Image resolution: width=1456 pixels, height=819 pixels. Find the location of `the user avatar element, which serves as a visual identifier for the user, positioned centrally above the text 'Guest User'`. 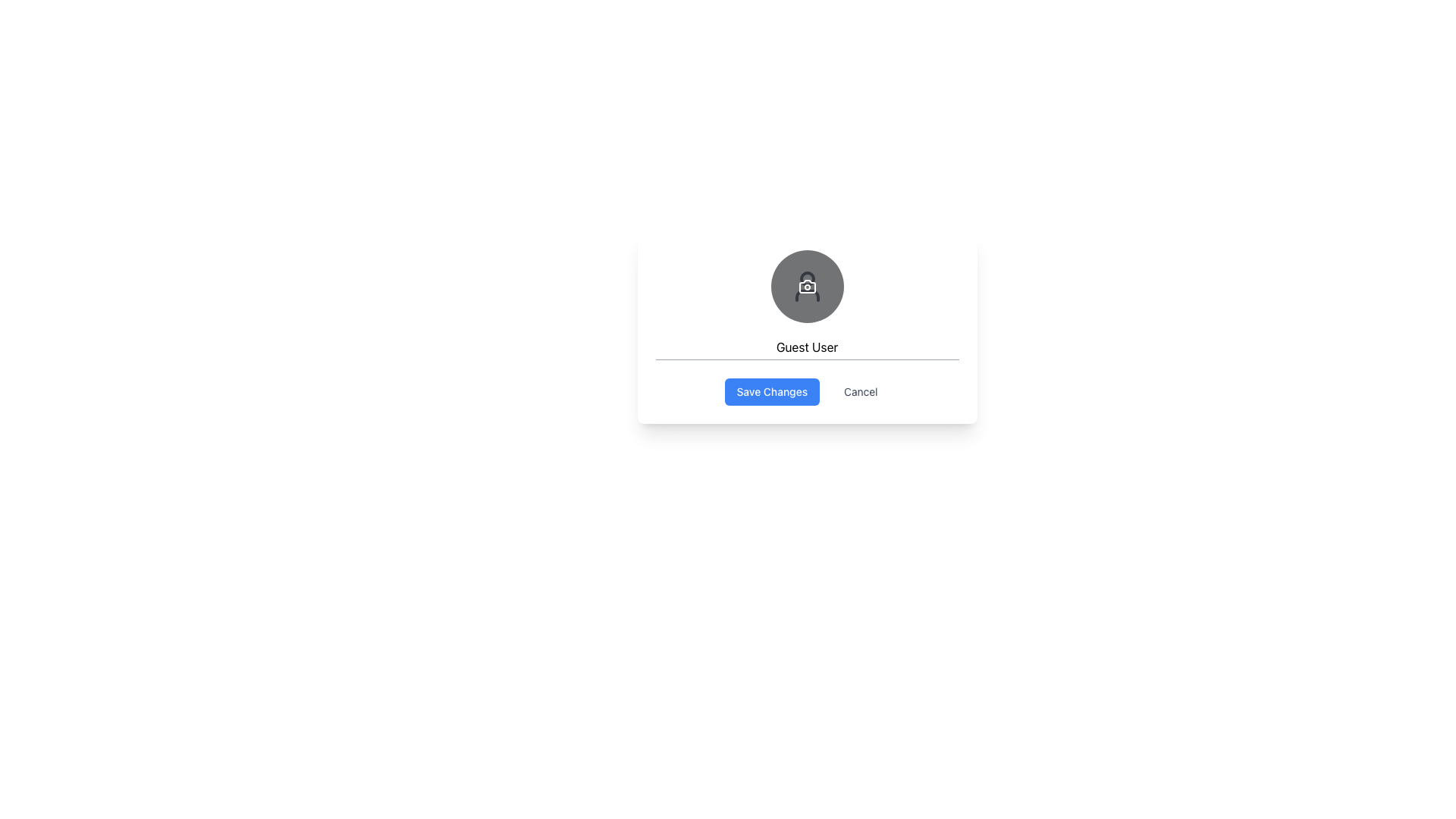

the user avatar element, which serves as a visual identifier for the user, positioned centrally above the text 'Guest User' is located at coordinates (806, 287).